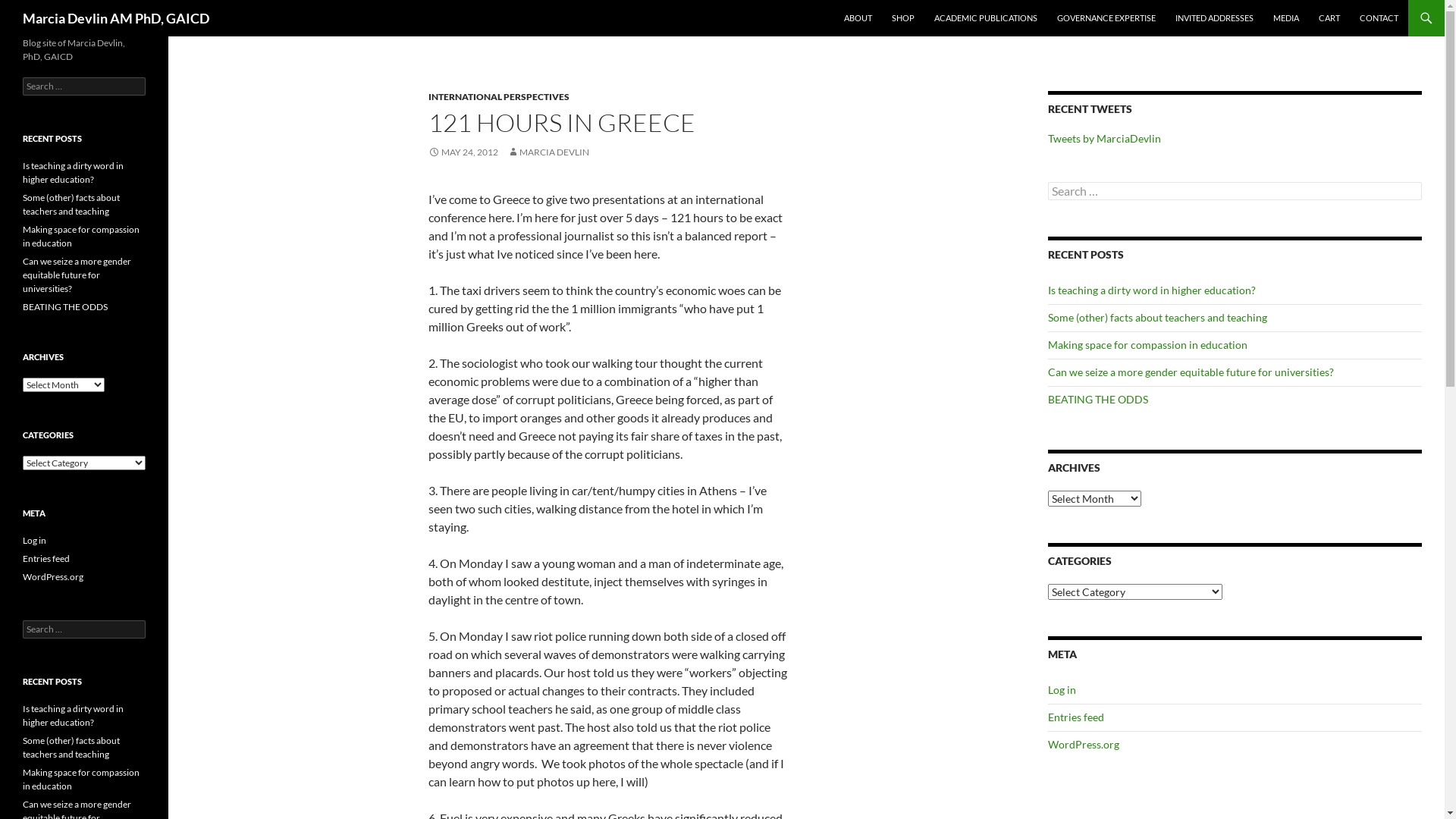 The width and height of the screenshot is (1456, 819). What do you see at coordinates (902, 17) in the screenshot?
I see `'SHOP'` at bounding box center [902, 17].